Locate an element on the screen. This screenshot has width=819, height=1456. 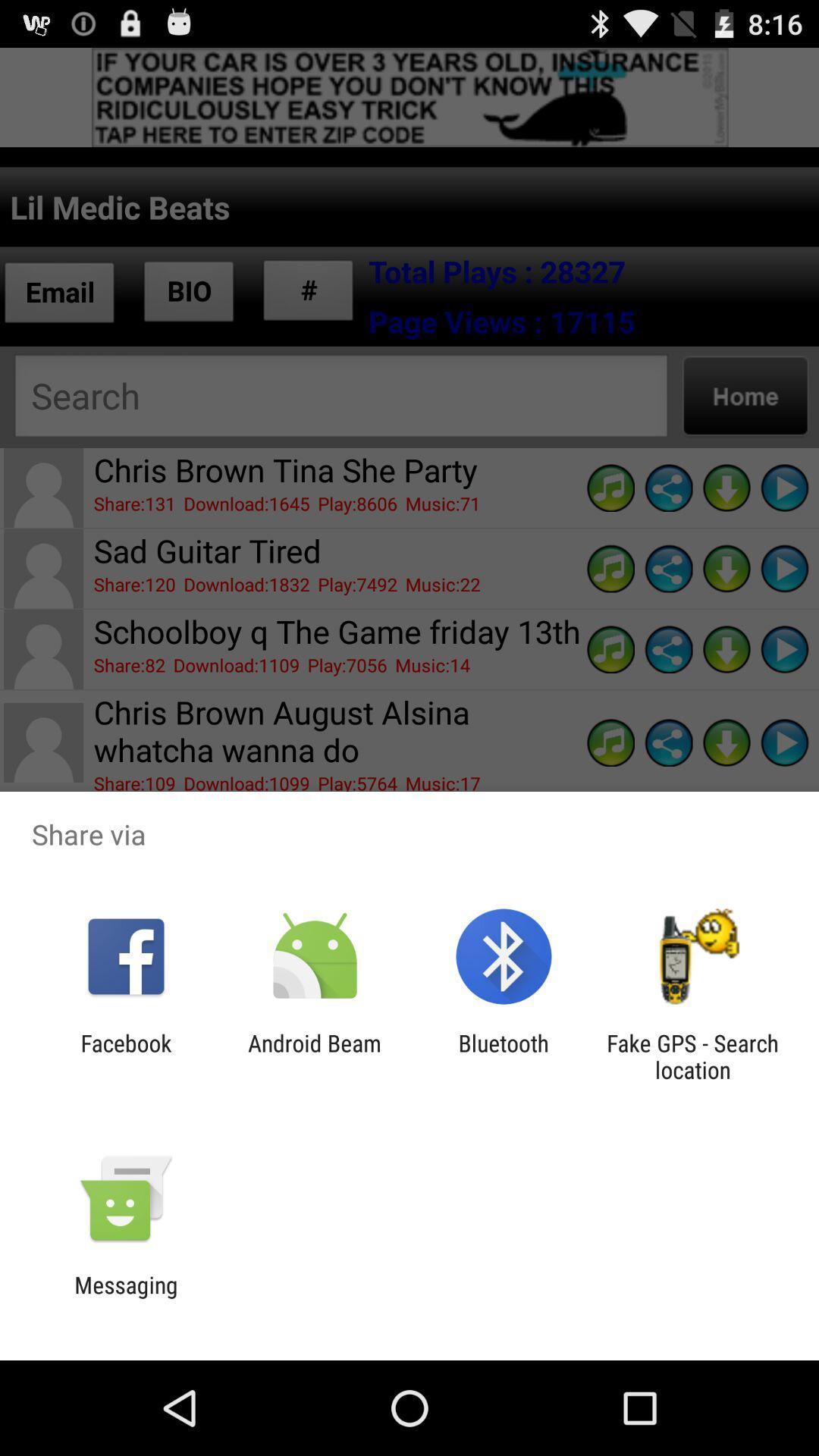
the app next to bluetooth item is located at coordinates (314, 1056).